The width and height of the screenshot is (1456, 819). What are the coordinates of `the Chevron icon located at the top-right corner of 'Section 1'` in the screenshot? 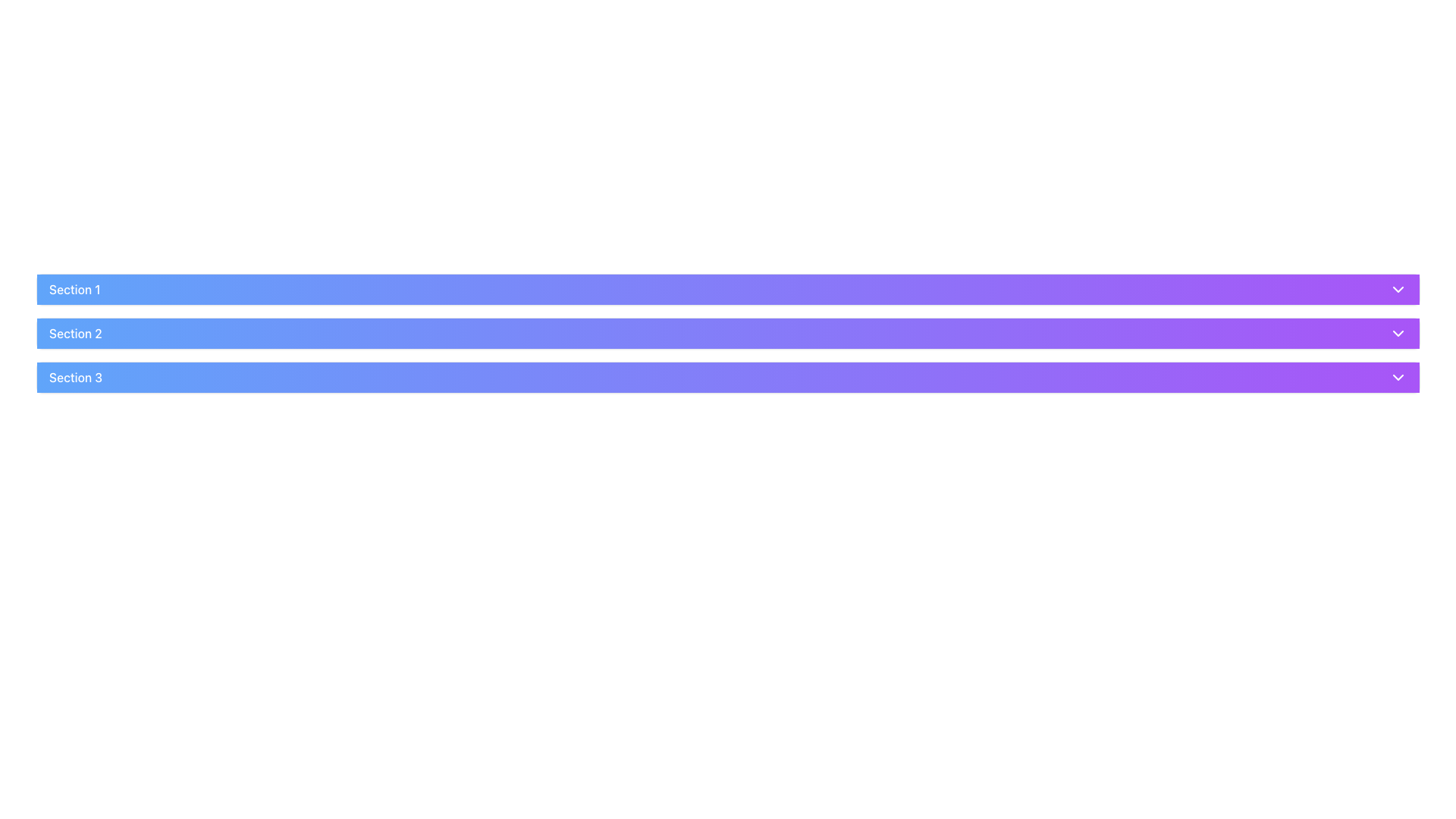 It's located at (1397, 289).